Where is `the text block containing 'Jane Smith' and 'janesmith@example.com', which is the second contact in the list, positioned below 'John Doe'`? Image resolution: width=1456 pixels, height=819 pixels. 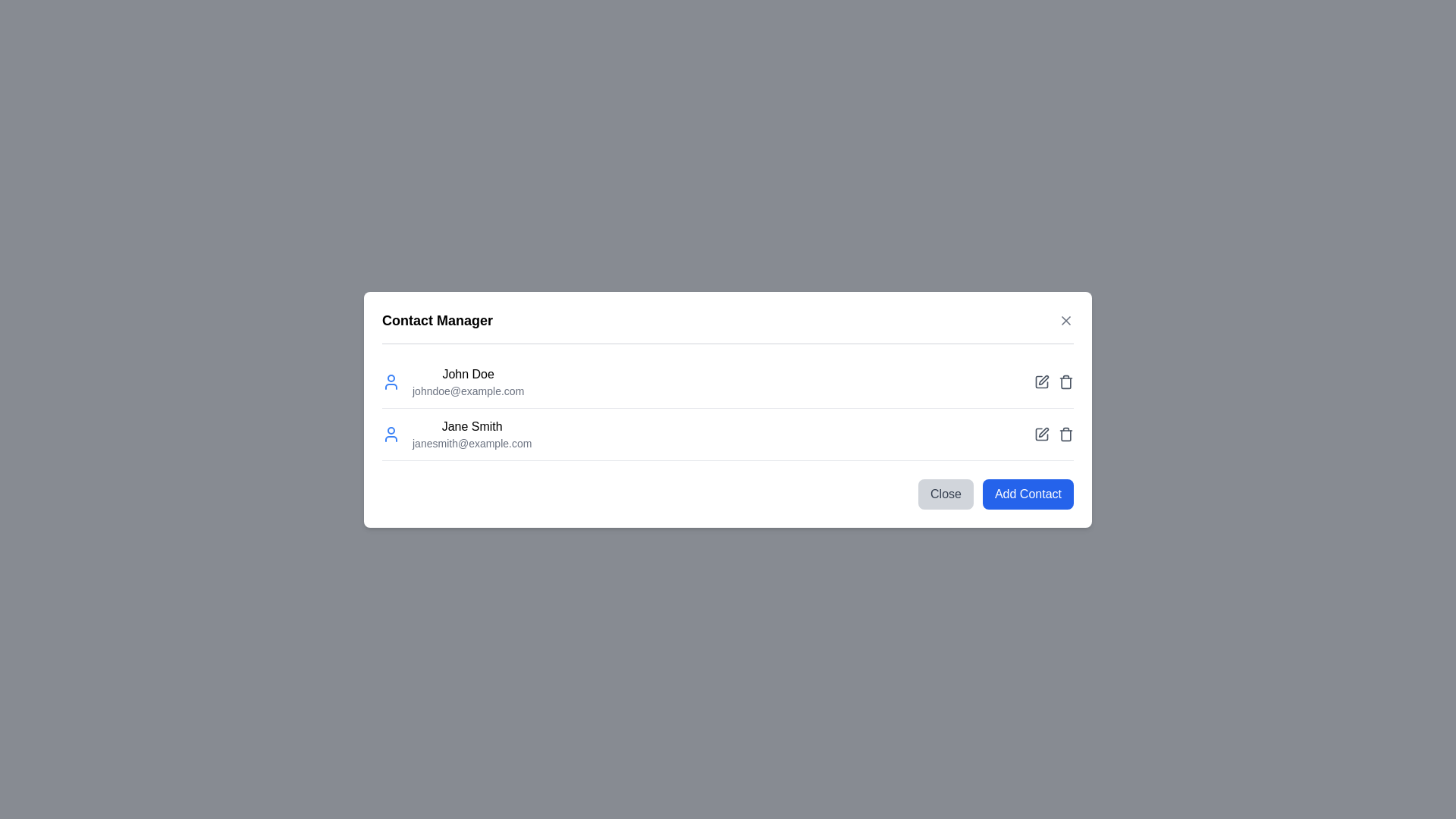 the text block containing 'Jane Smith' and 'janesmith@example.com', which is the second contact in the list, positioned below 'John Doe' is located at coordinates (471, 434).